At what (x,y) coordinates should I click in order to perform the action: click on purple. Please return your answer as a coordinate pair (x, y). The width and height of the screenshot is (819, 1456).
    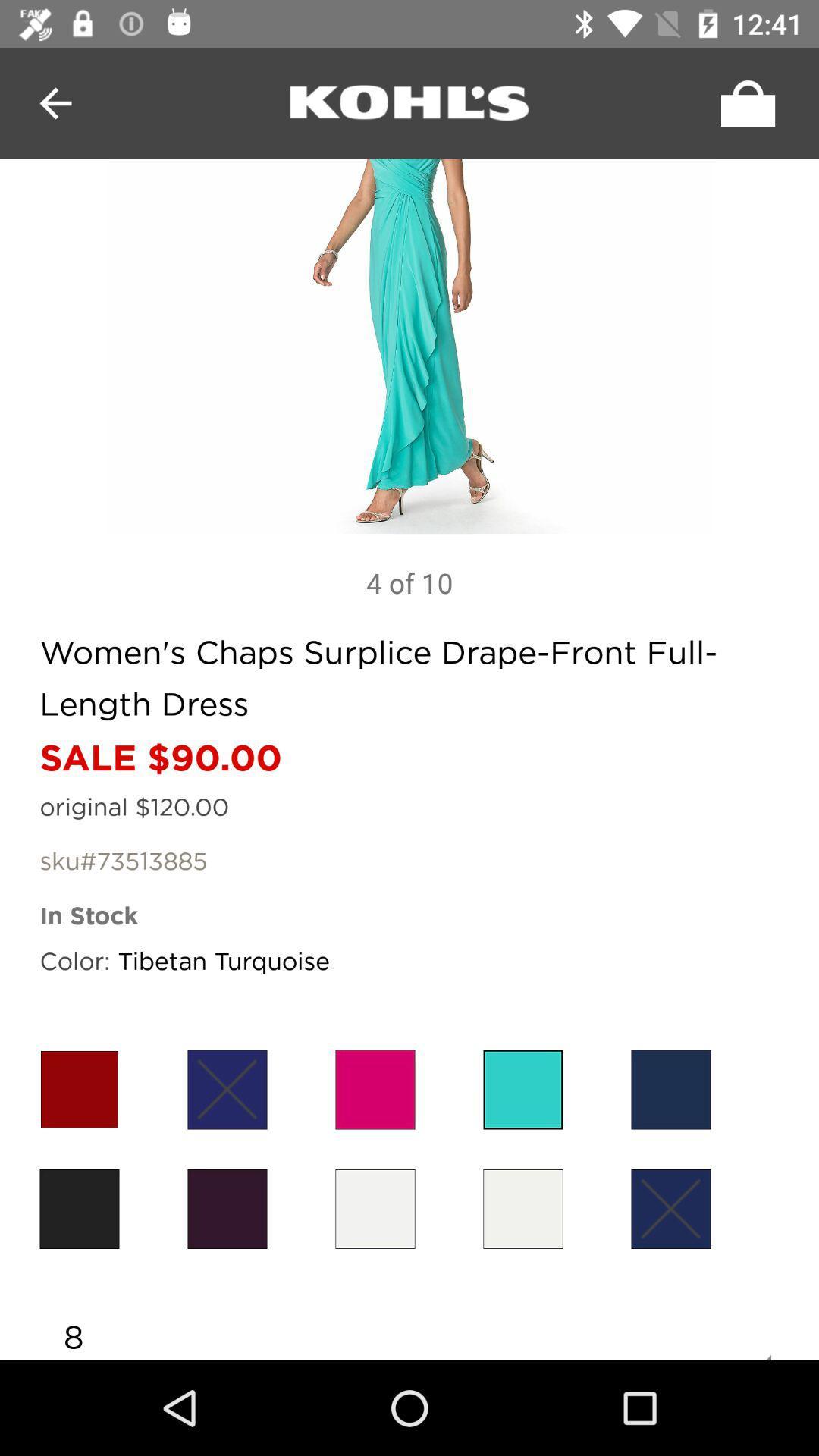
    Looking at the image, I should click on (227, 1088).